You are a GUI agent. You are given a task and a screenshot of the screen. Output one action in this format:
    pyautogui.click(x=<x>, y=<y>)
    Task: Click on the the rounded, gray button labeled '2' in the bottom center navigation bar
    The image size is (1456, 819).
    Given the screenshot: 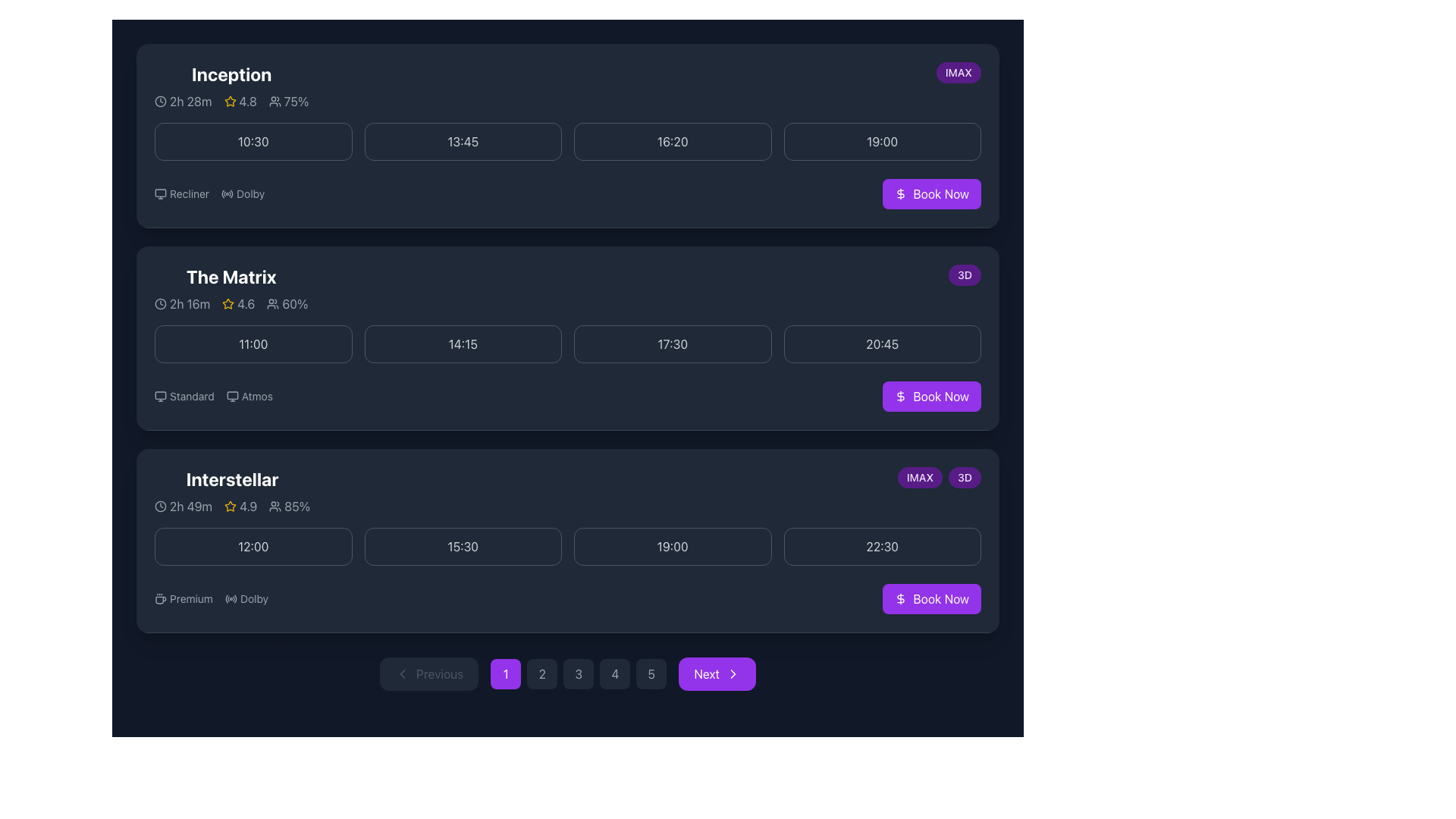 What is the action you would take?
    pyautogui.click(x=542, y=673)
    